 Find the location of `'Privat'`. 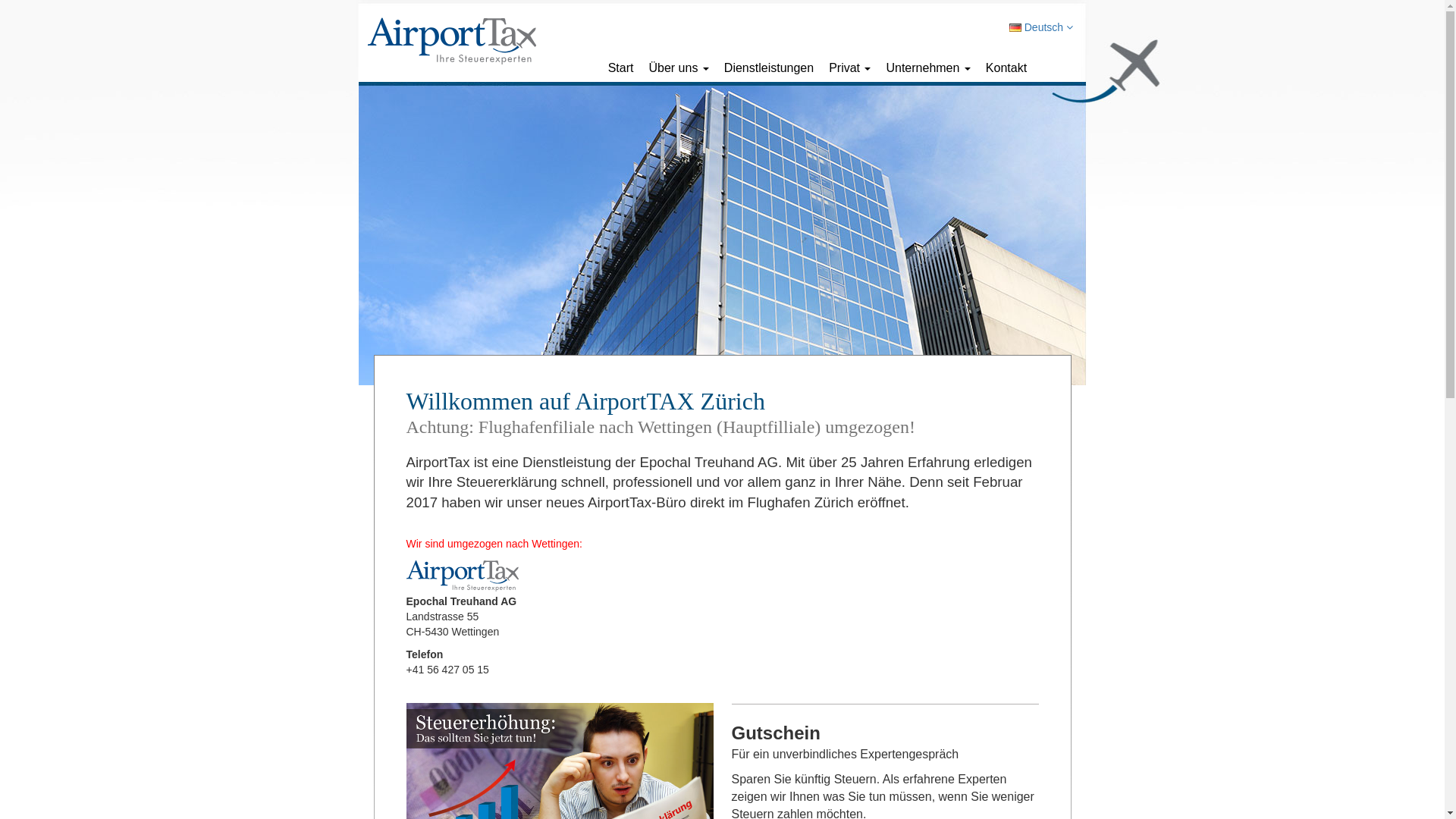

'Privat' is located at coordinates (849, 67).